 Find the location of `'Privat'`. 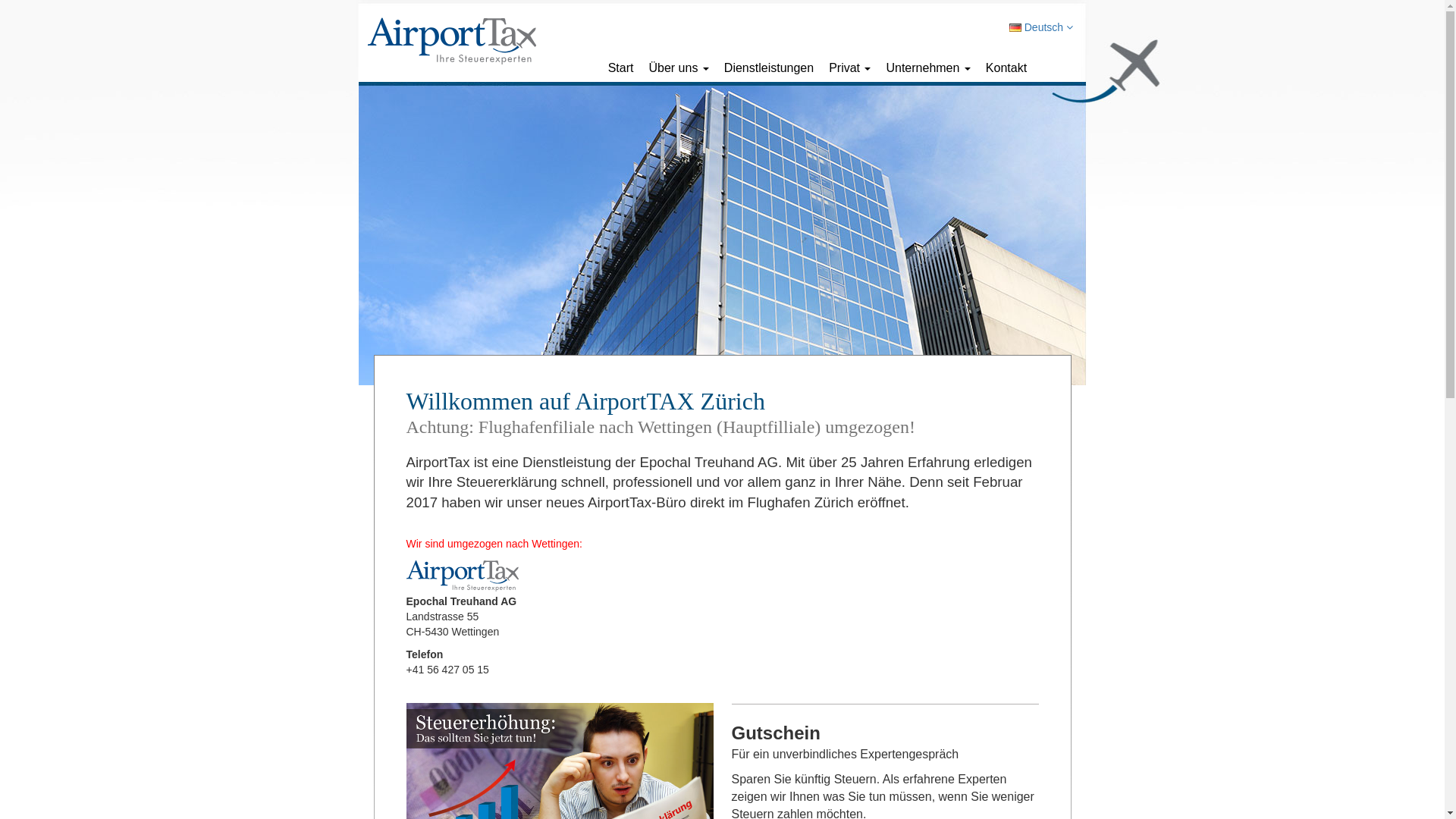

'Privat' is located at coordinates (849, 67).